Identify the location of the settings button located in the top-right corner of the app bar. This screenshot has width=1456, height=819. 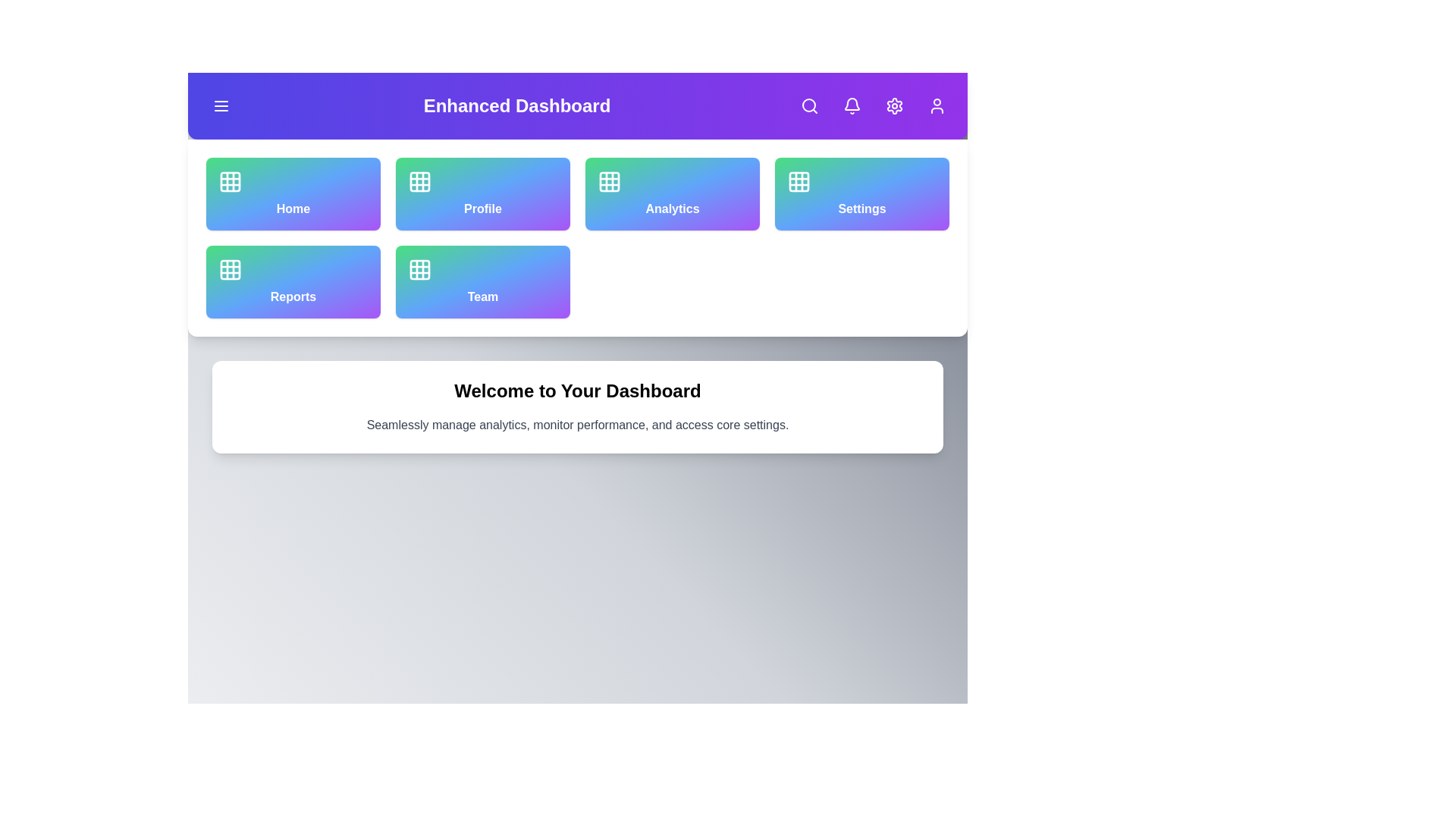
(895, 105).